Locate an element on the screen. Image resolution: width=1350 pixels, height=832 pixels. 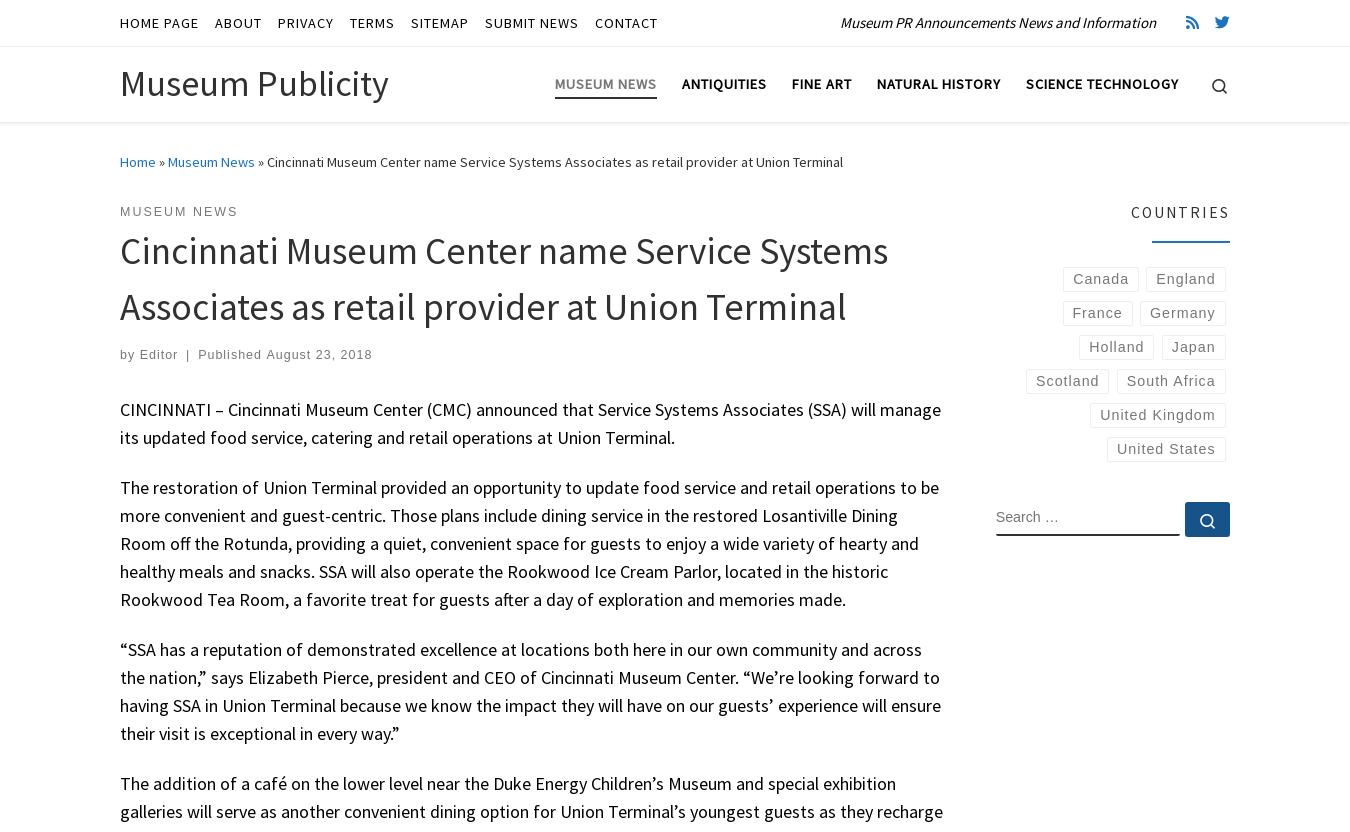
'United States' is located at coordinates (1164, 449).